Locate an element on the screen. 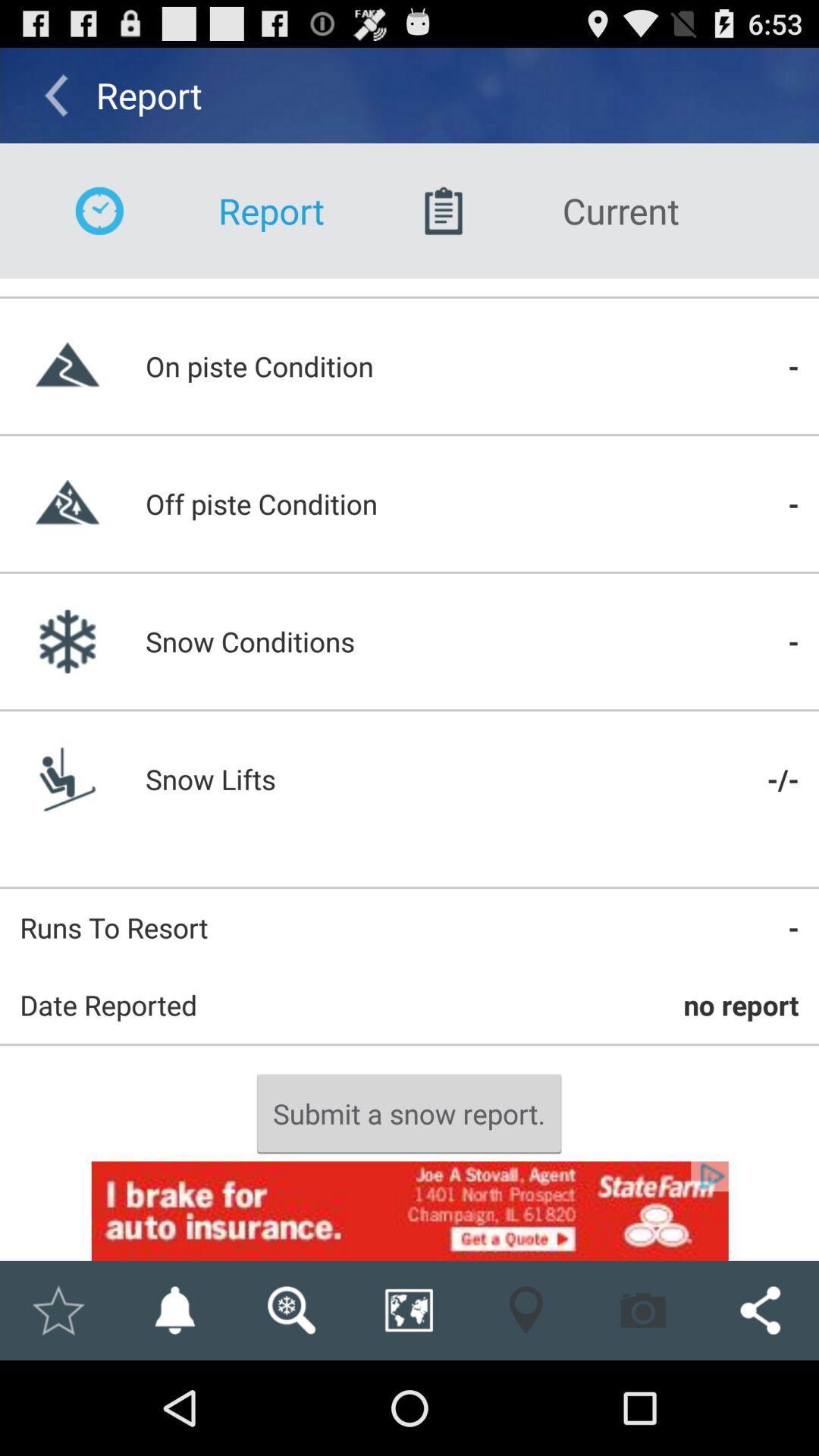 The width and height of the screenshot is (819, 1456). the globe icon is located at coordinates (408, 1401).